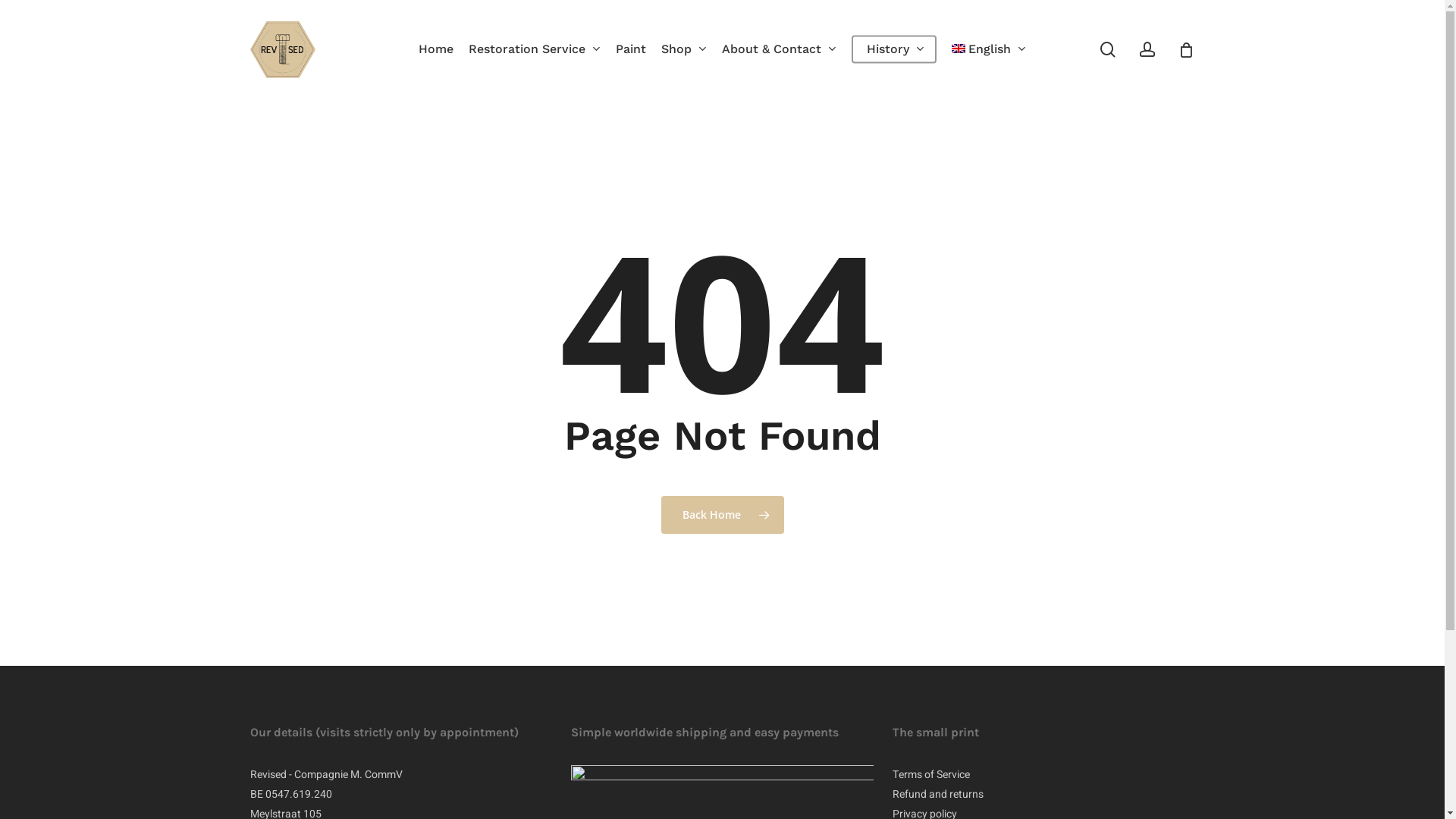 The height and width of the screenshot is (819, 1456). I want to click on 'History', so click(894, 49).